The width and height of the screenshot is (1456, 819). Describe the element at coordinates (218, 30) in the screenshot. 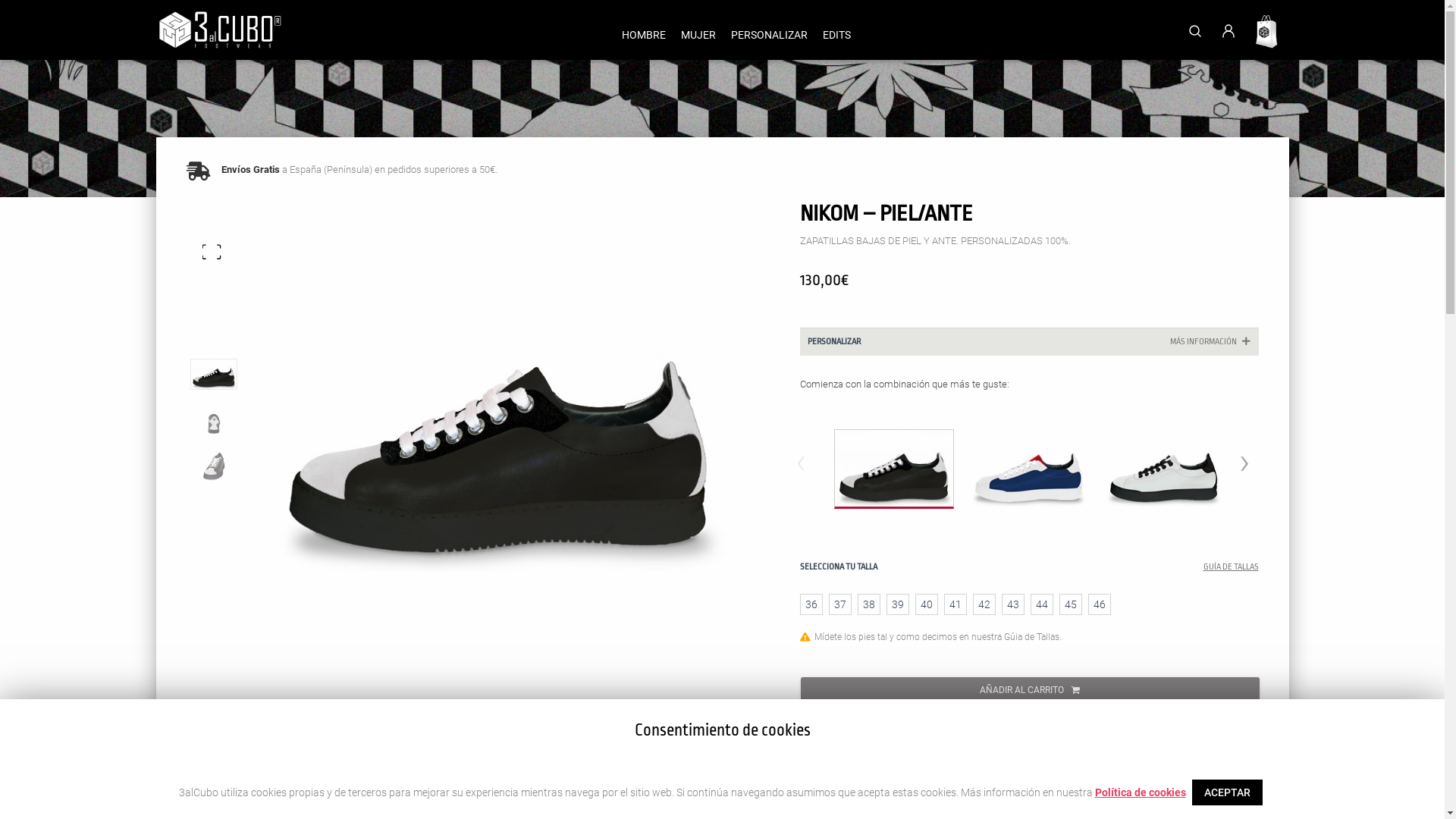

I see `'3alCUBO'` at that location.